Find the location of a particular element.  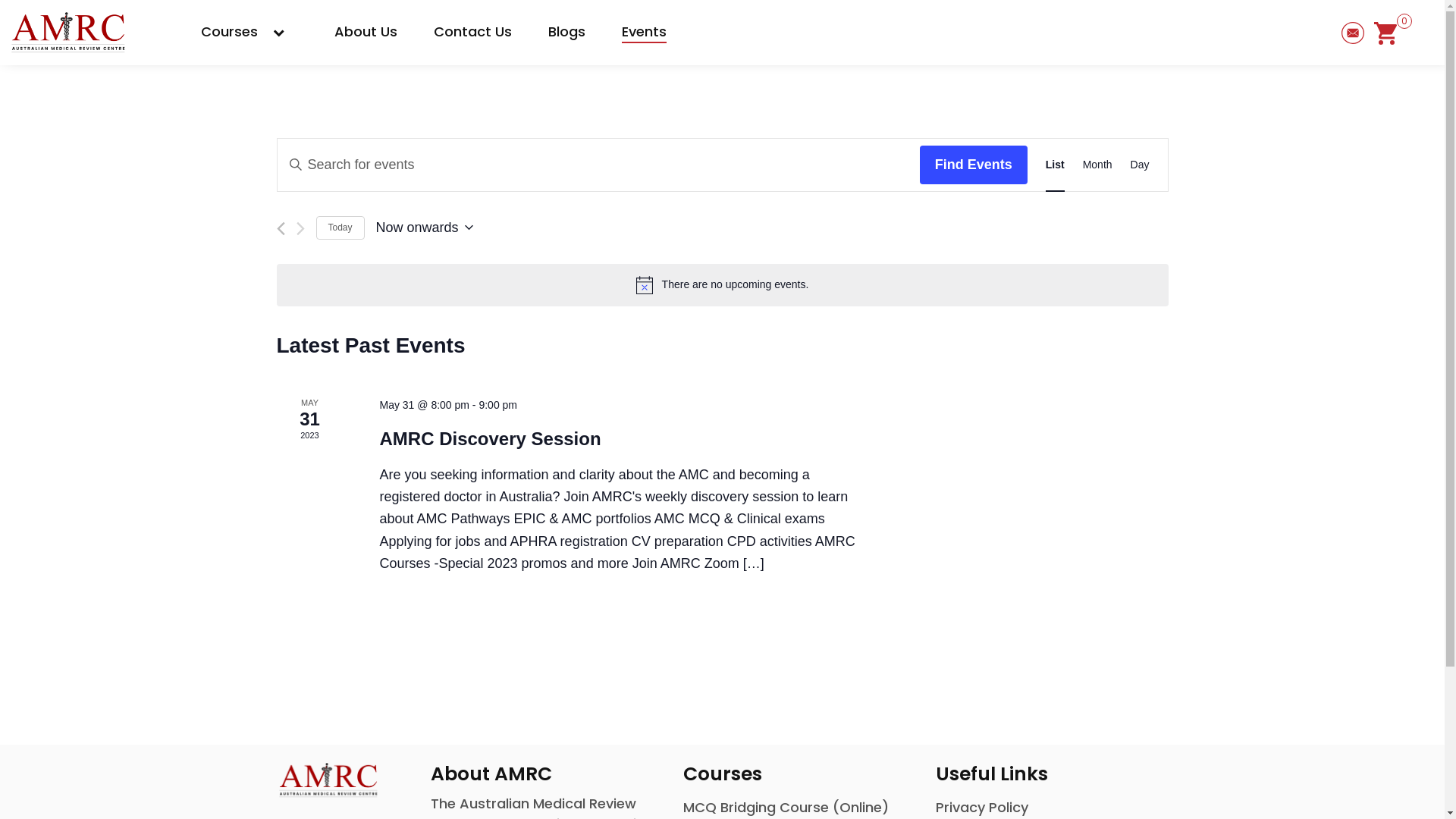

'Events' is located at coordinates (644, 32).